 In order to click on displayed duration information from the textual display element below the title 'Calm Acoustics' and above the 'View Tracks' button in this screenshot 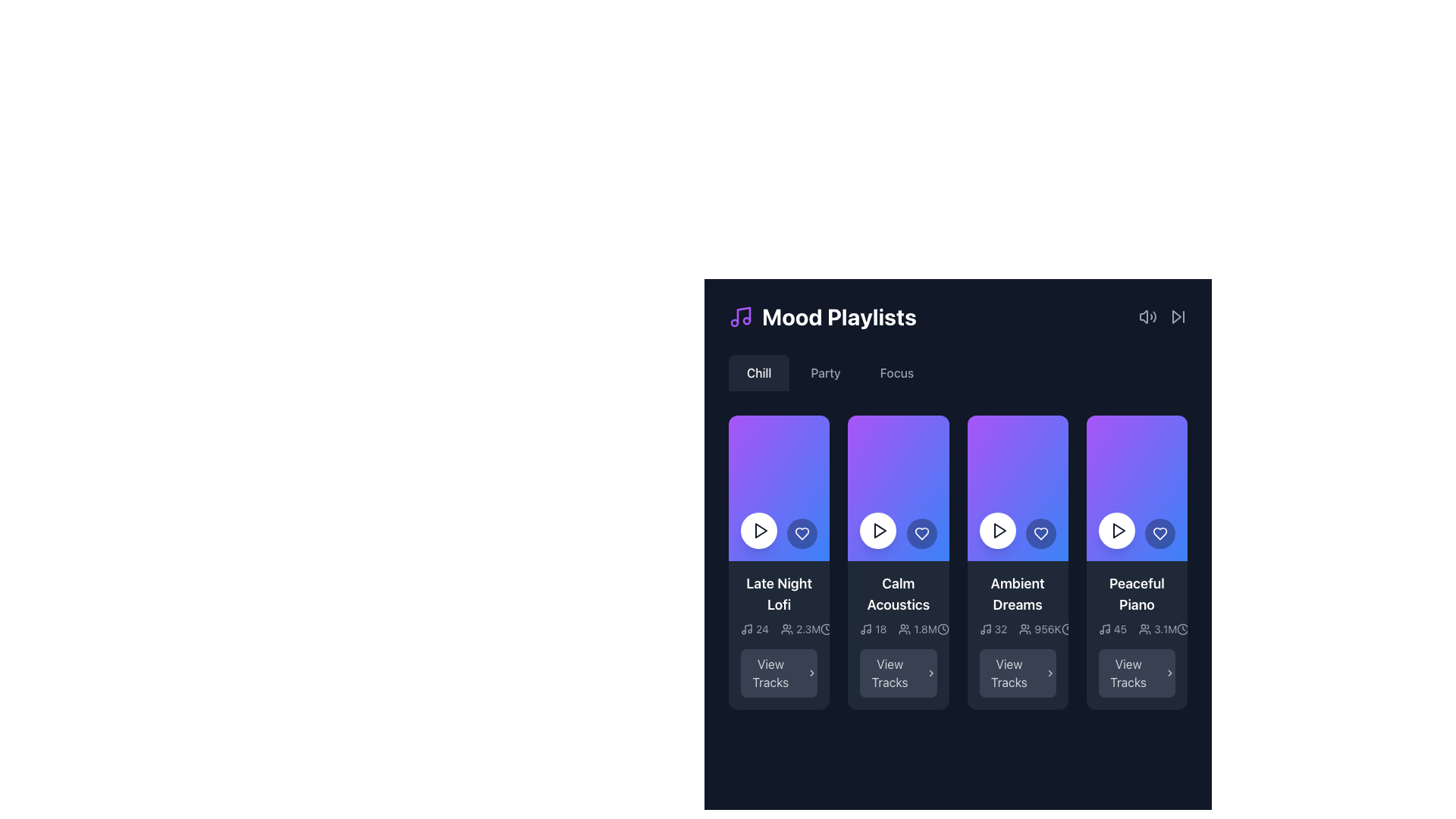, I will do `click(846, 629)`.